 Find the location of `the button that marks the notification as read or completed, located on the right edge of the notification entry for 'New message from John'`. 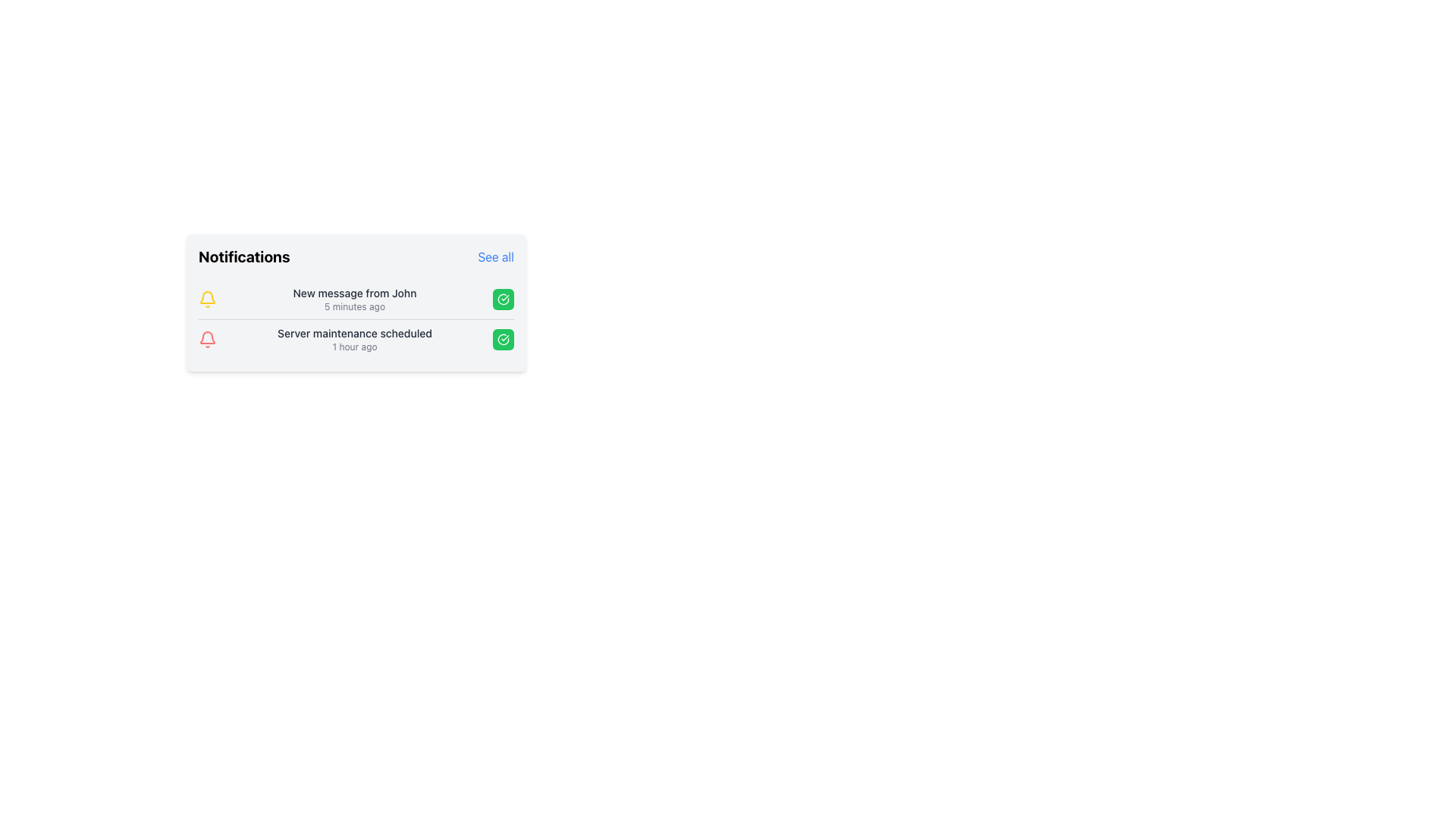

the button that marks the notification as read or completed, located on the right edge of the notification entry for 'New message from John' is located at coordinates (503, 299).